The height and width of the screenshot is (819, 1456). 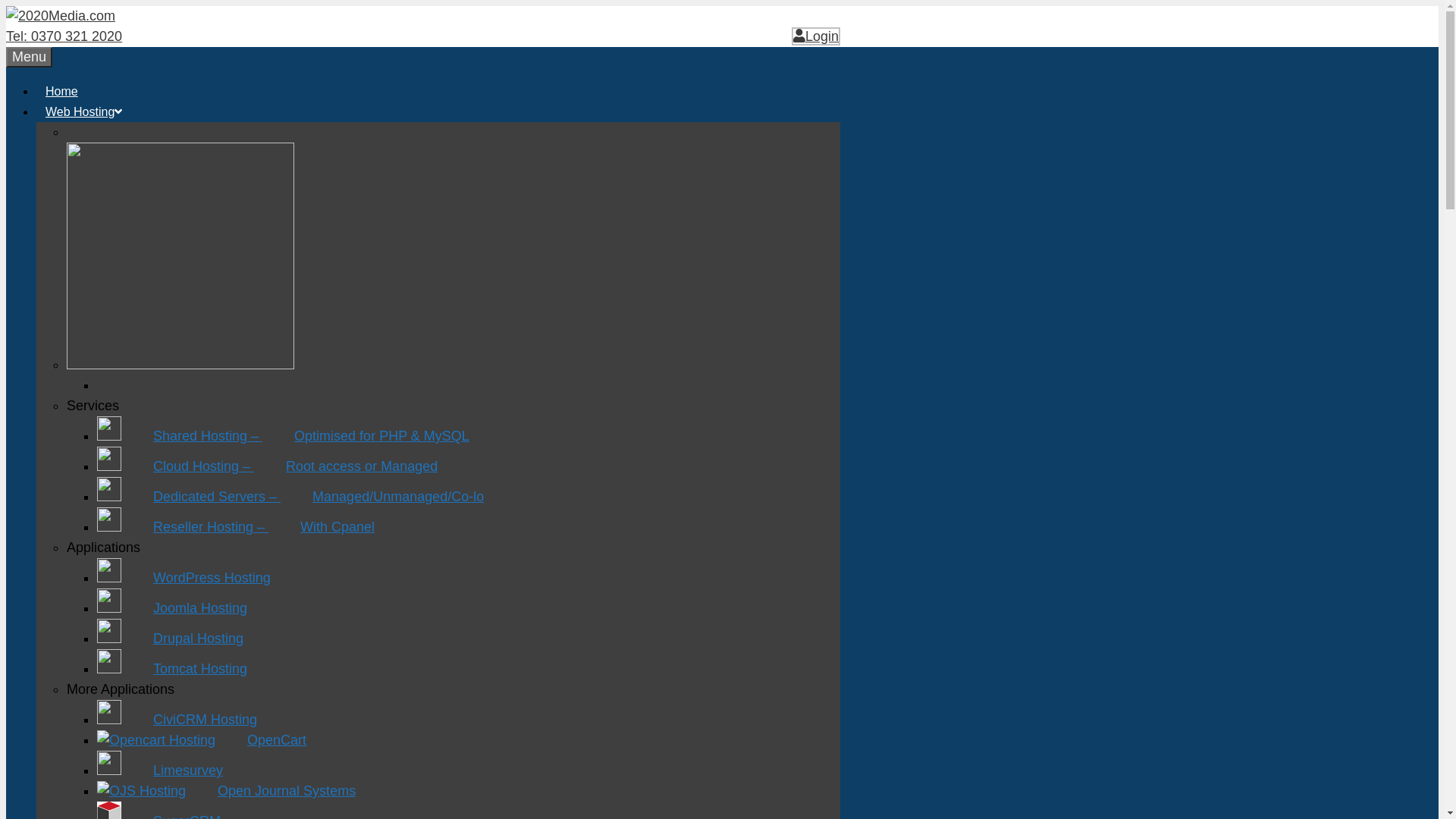 I want to click on 'Tel: 0370 321 2020', so click(x=6, y=35).